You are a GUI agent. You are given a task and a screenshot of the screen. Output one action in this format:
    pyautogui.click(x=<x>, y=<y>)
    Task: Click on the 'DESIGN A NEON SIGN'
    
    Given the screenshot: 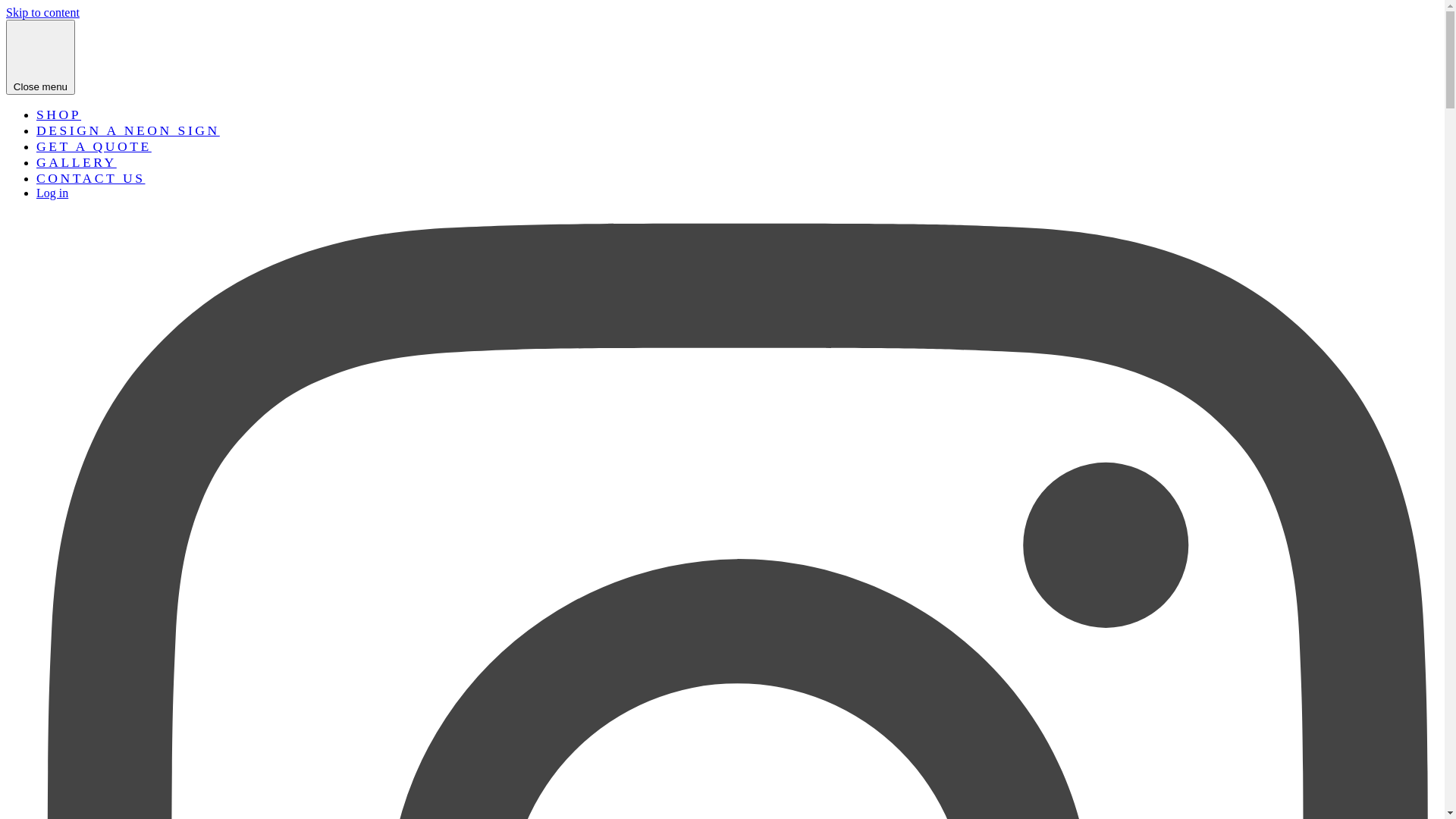 What is the action you would take?
    pyautogui.click(x=127, y=130)
    